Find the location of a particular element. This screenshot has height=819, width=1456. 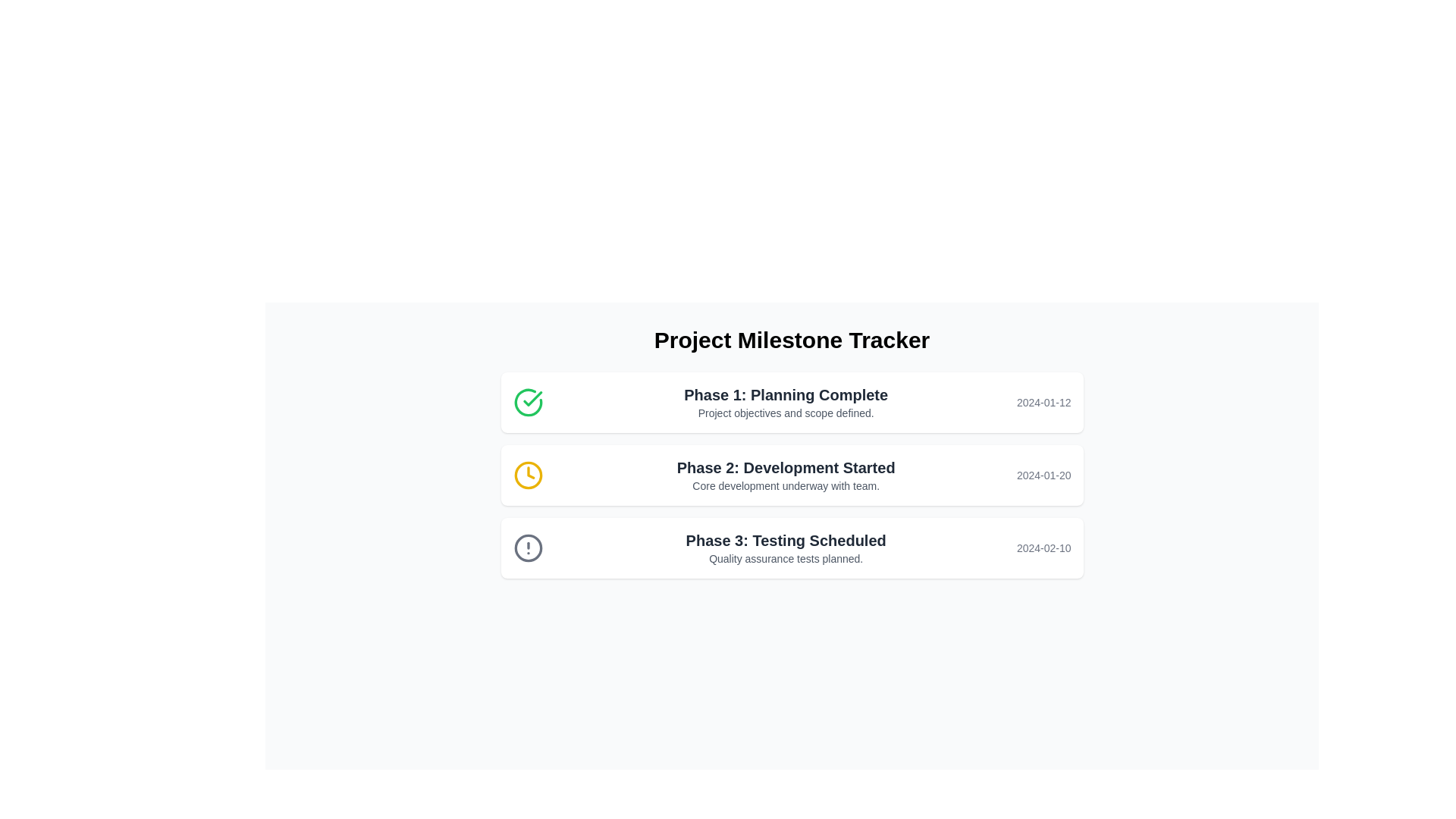

date information displayed in the right-aligned text label showing '2024-01-20' within the 'Phase 2: Development Started' section is located at coordinates (1043, 475).